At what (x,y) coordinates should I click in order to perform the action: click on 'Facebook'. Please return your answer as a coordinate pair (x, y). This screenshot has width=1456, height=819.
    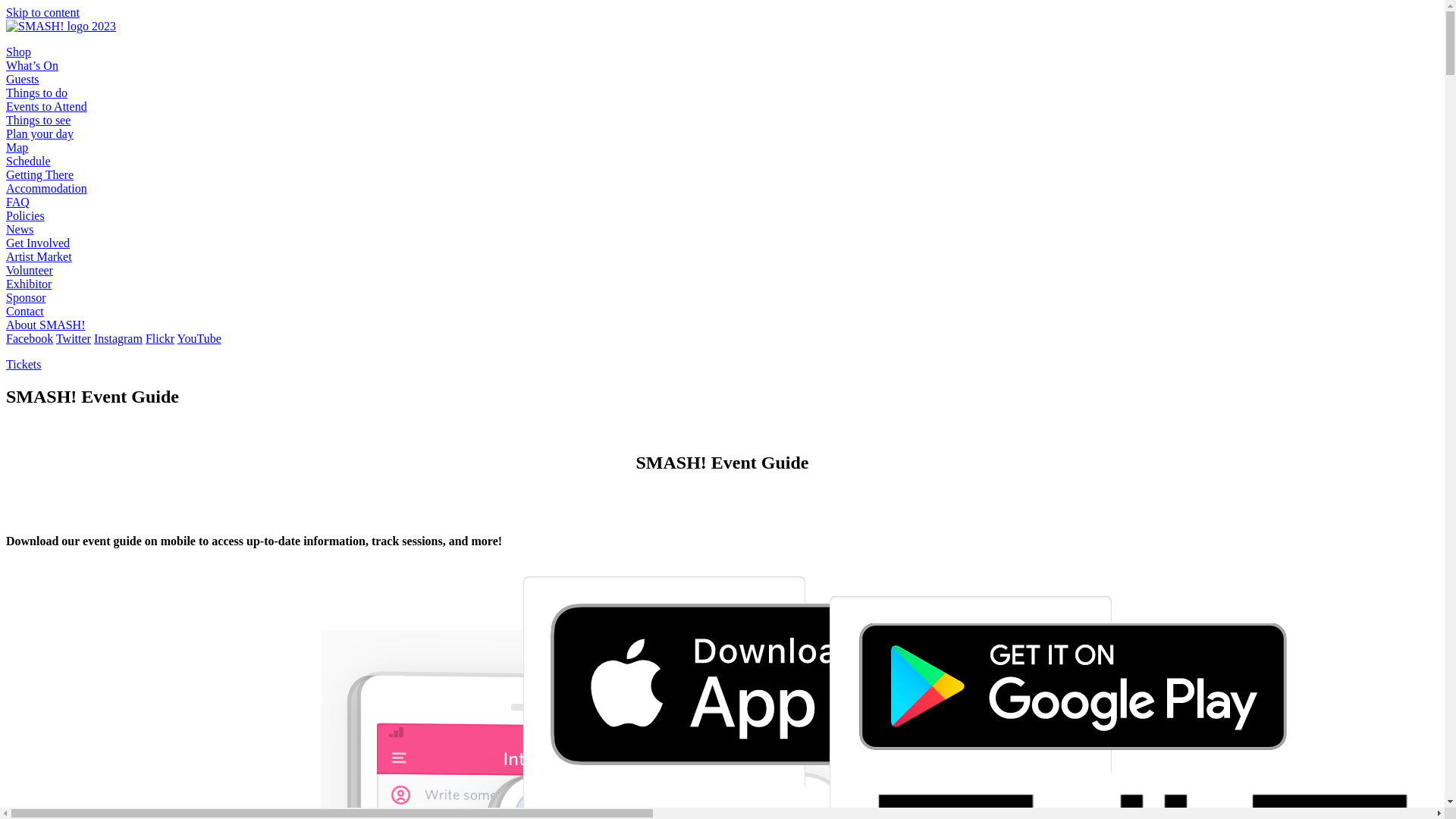
    Looking at the image, I should click on (6, 337).